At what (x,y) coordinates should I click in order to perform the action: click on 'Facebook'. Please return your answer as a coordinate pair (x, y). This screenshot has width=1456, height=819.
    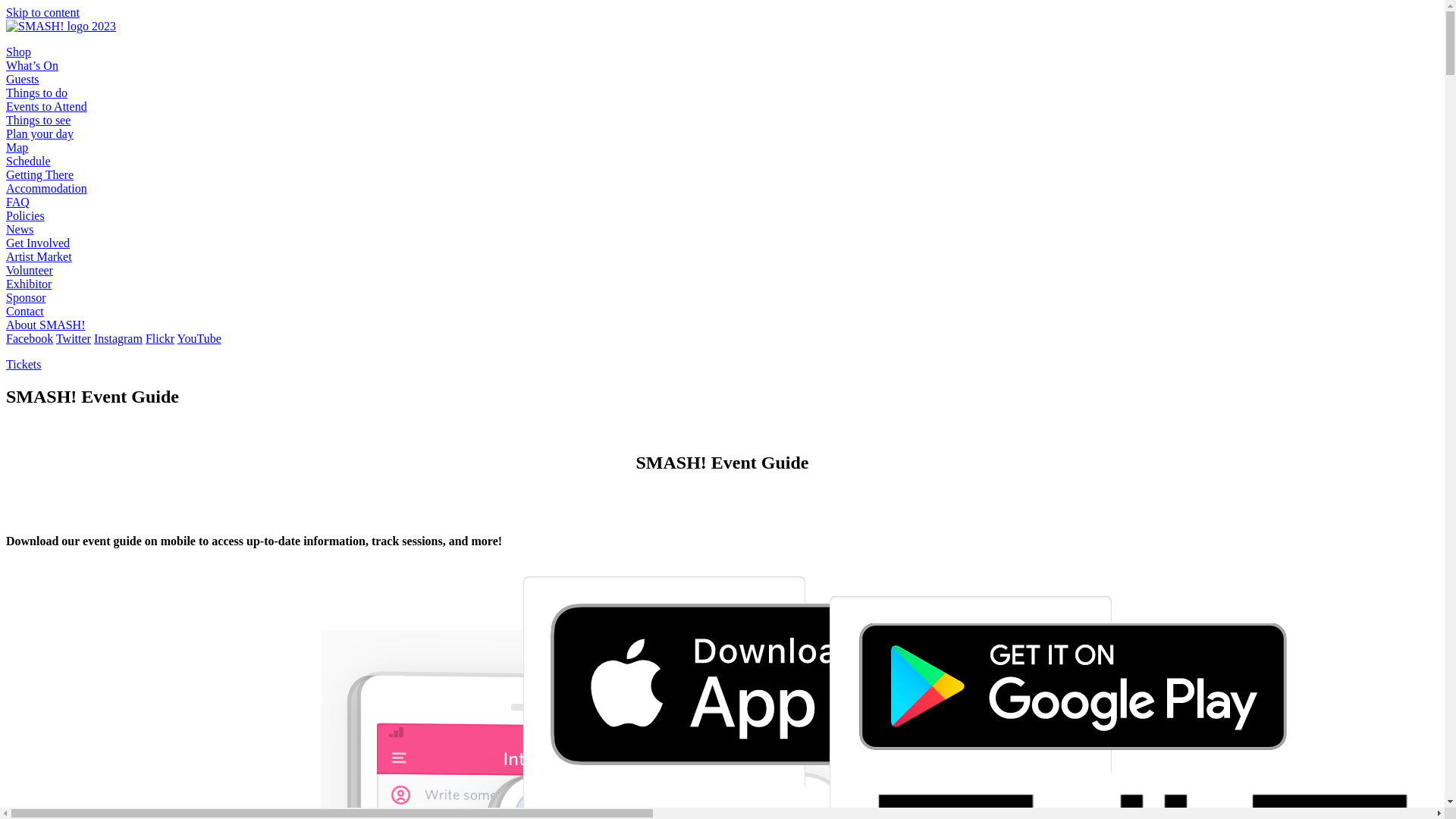
    Looking at the image, I should click on (6, 337).